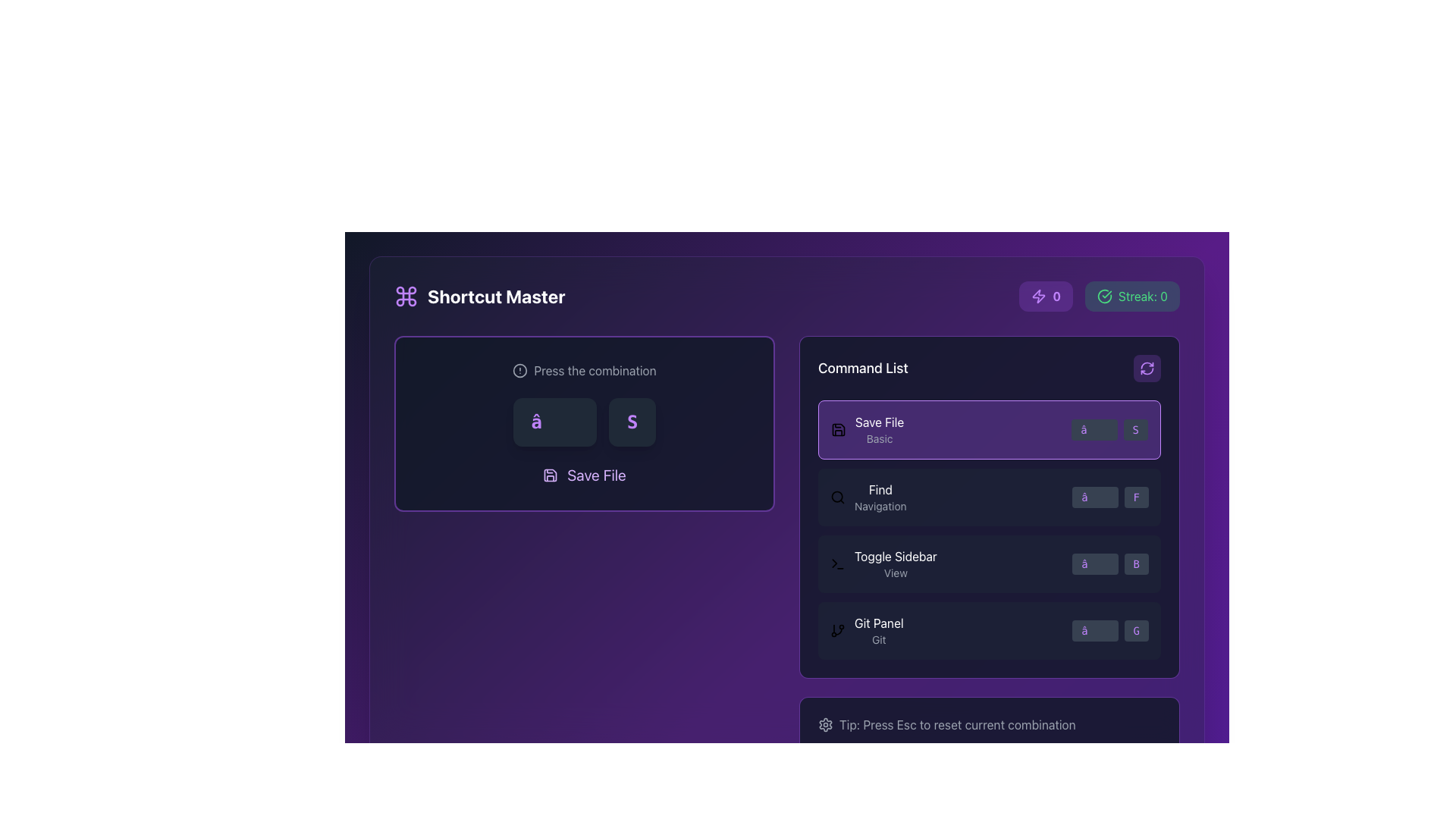 Image resolution: width=1456 pixels, height=819 pixels. Describe the element at coordinates (1147, 369) in the screenshot. I see `the circular refresh button with a light purple color located in the top-right corner of the 'Command List' section` at that location.